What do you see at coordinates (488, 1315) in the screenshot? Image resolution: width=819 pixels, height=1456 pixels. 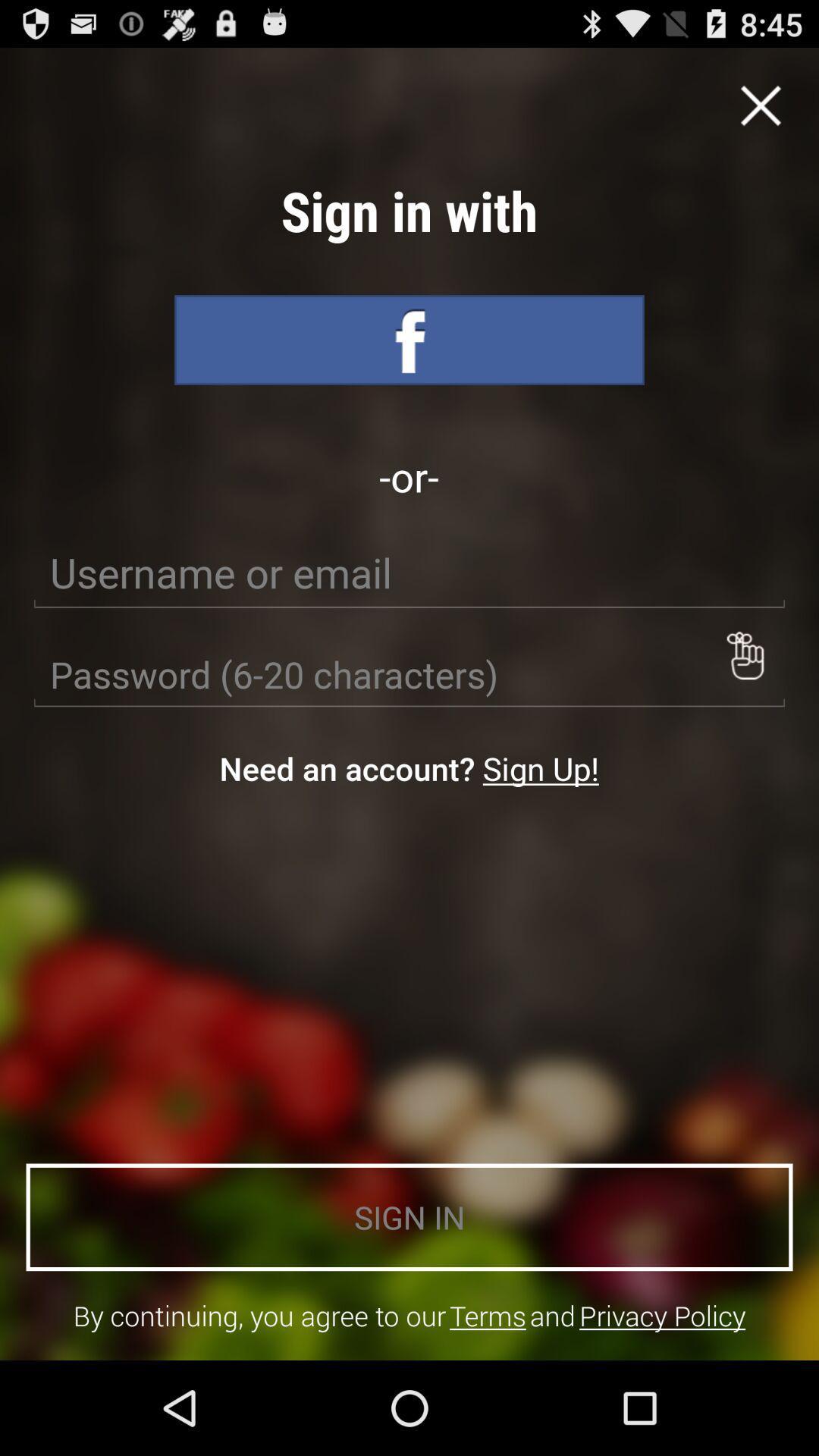 I see `icon to the right of the by continuing you item` at bounding box center [488, 1315].